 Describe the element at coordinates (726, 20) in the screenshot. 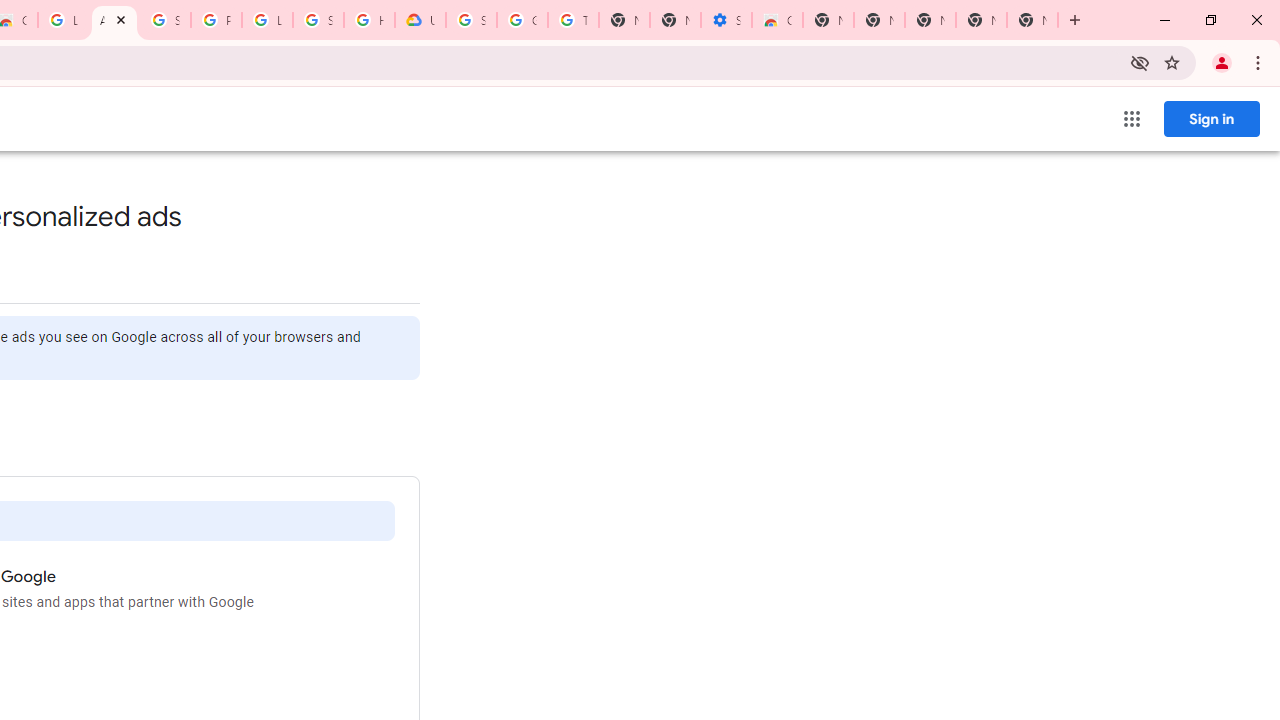

I see `'Settings - Accessibility'` at that location.